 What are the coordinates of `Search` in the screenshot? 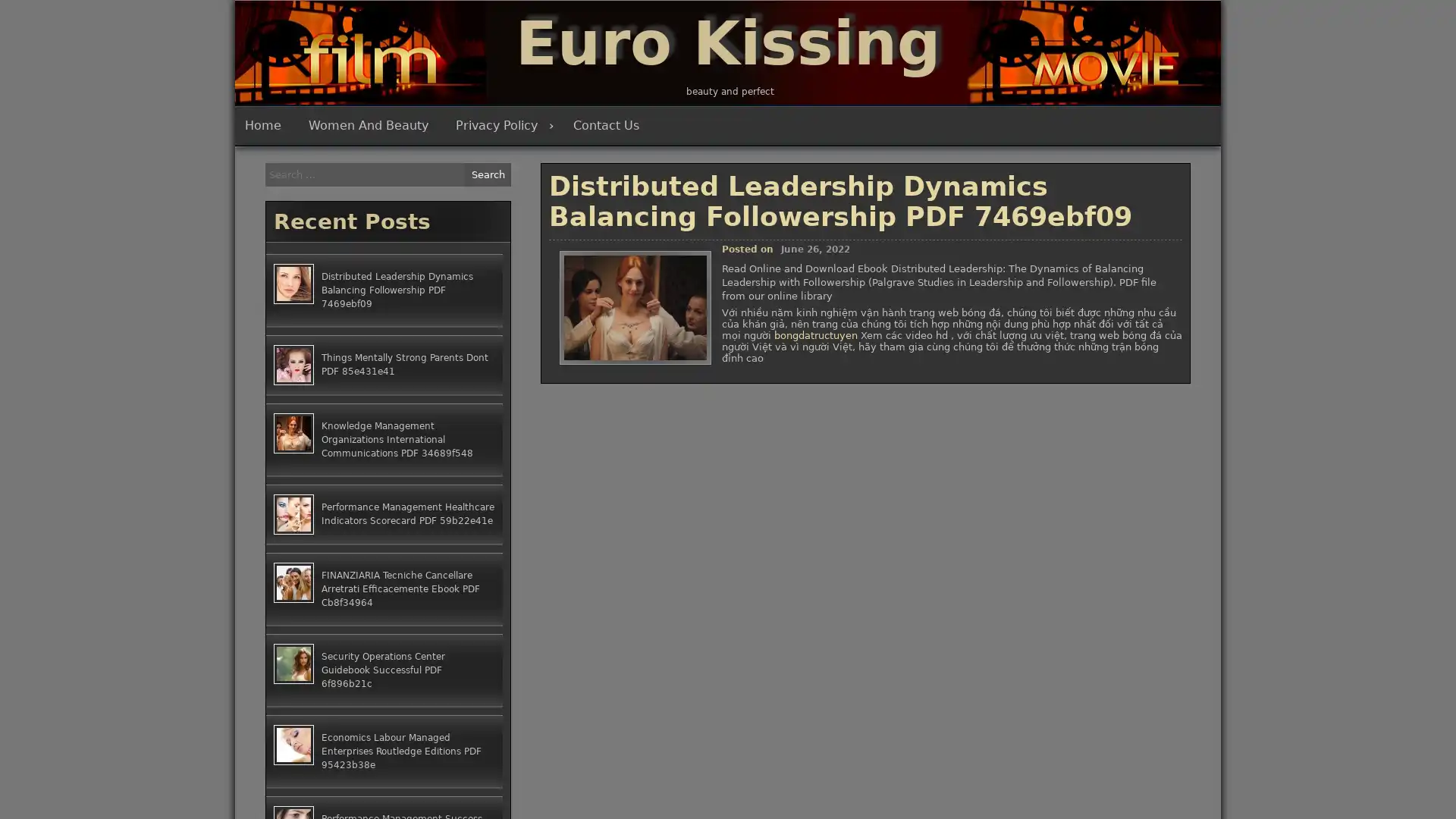 It's located at (488, 174).